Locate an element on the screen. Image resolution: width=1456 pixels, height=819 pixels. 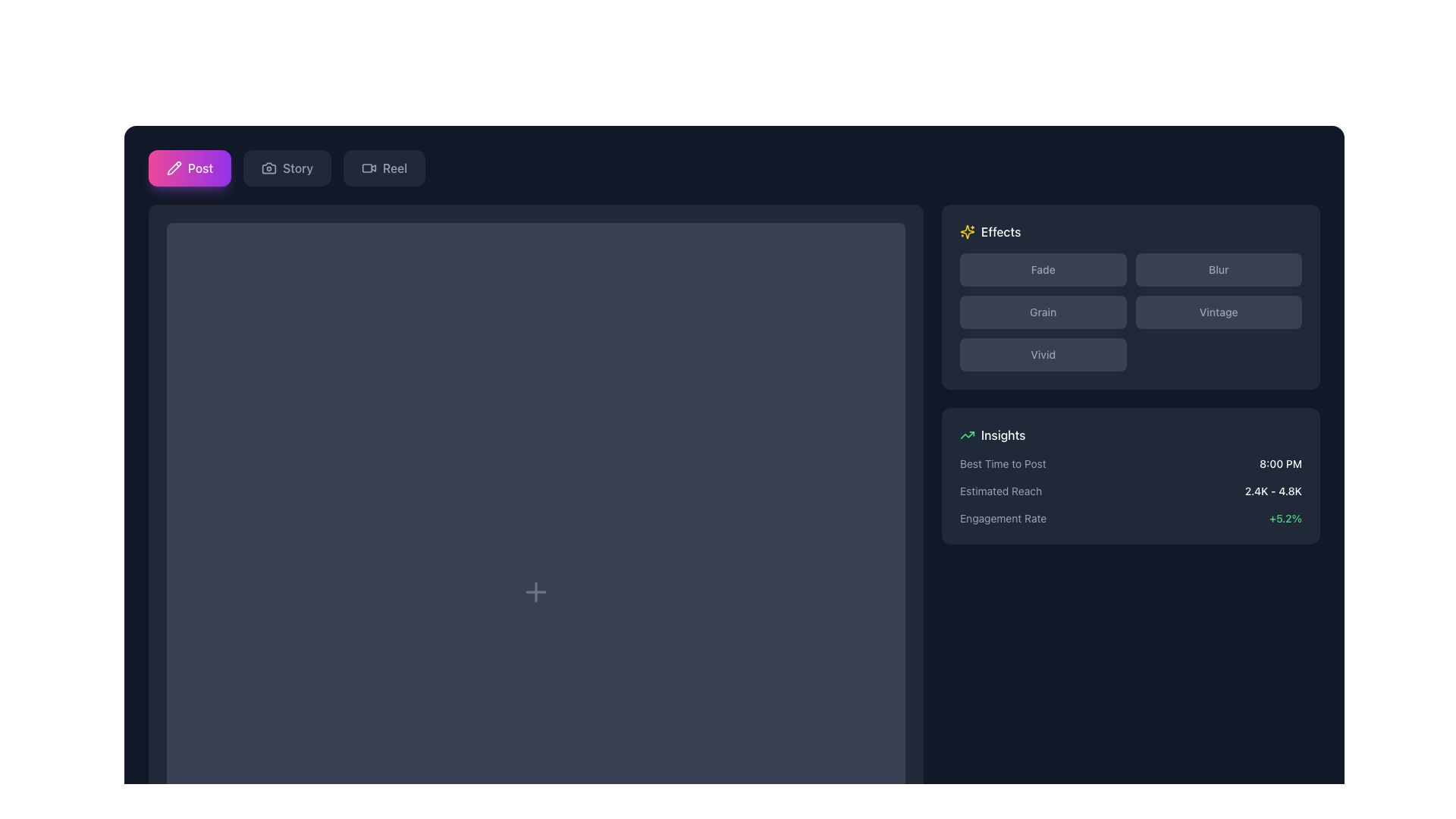
the decorative icon representing the 'Effects' section located at the top of the Effects panel, above the 'Fade' and 'Blur' buttons is located at coordinates (967, 231).